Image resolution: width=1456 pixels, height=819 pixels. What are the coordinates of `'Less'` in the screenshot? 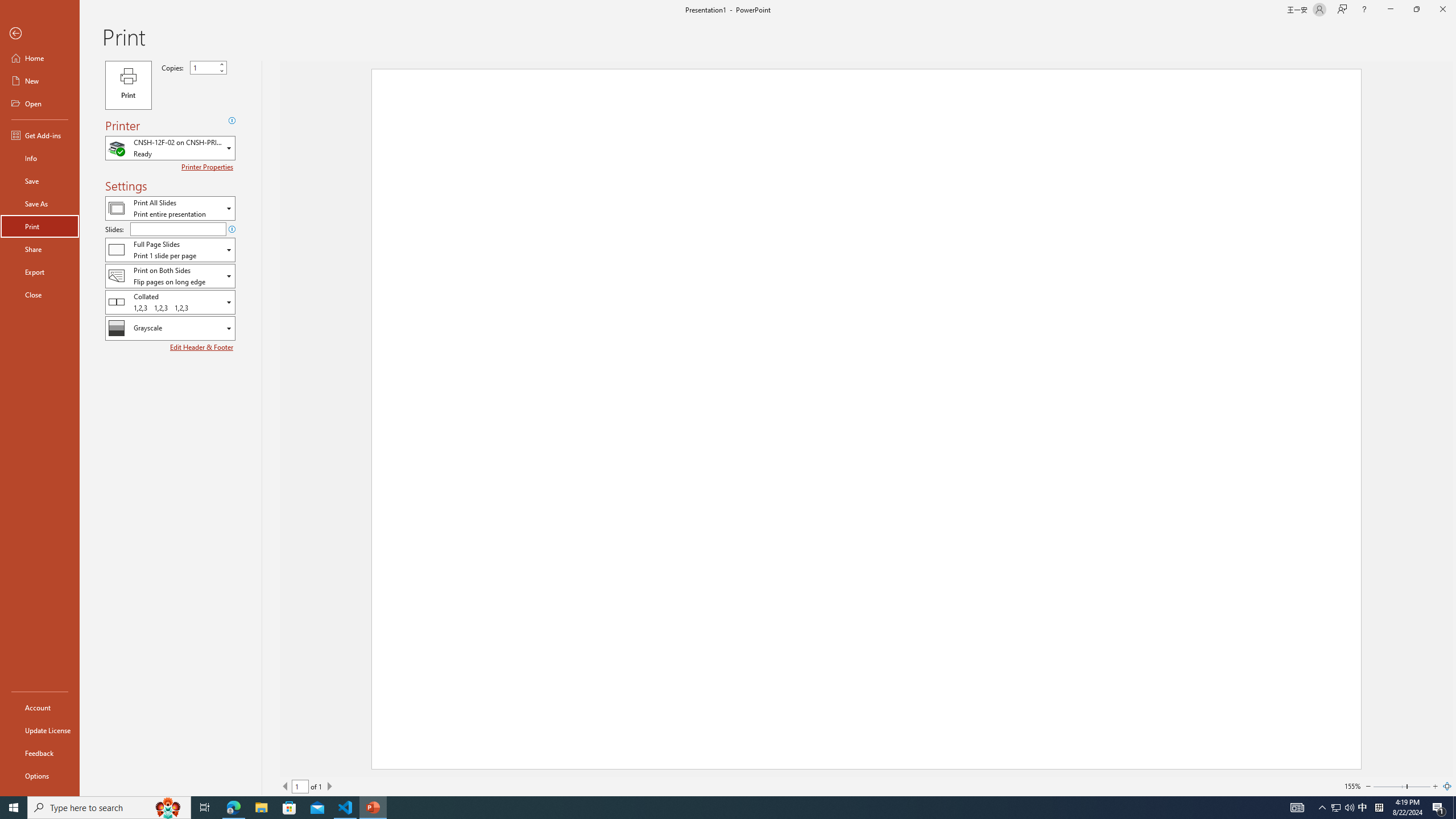 It's located at (221, 70).